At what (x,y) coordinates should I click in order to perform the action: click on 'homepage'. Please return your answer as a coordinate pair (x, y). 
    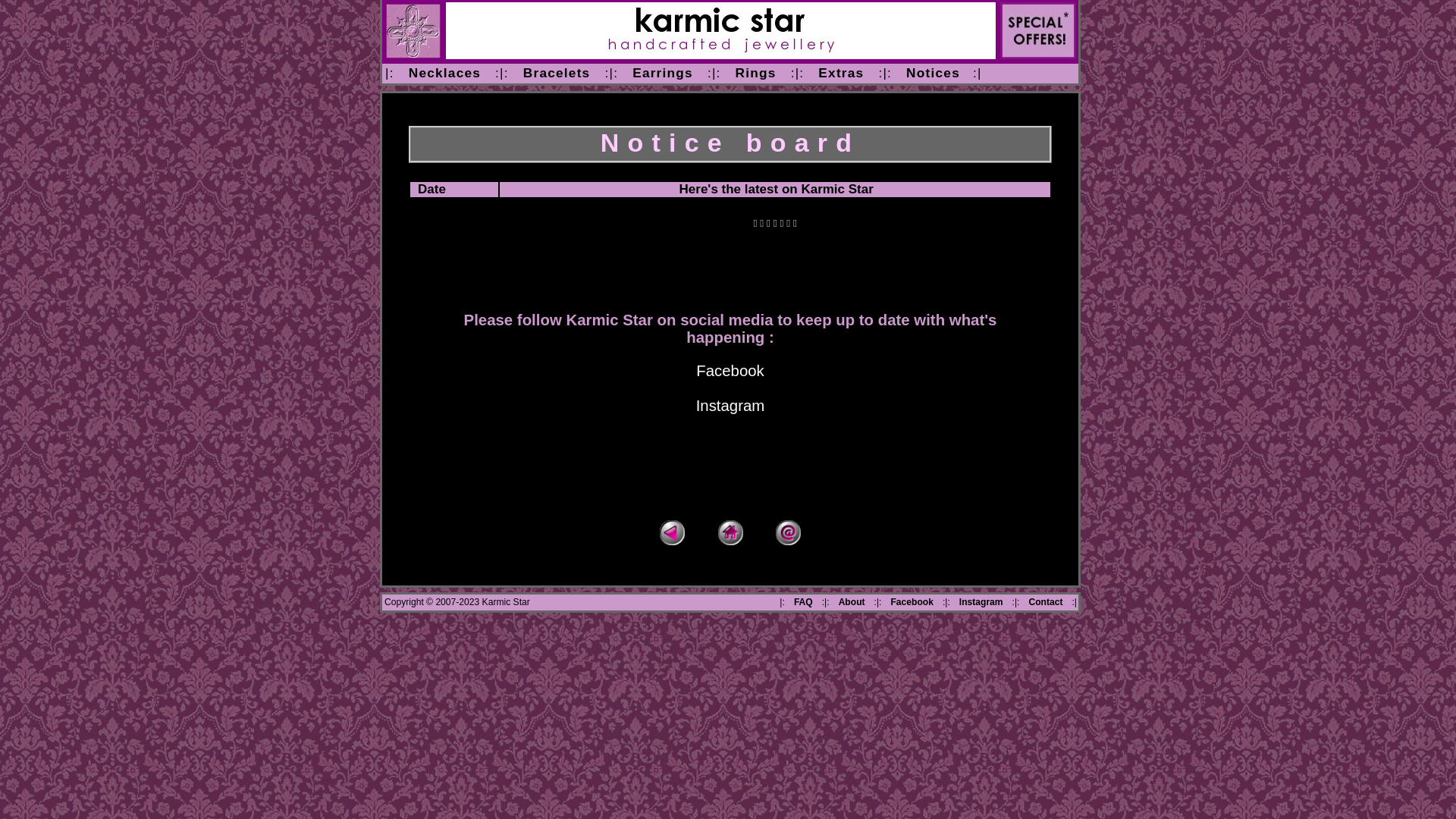
    Looking at the image, I should click on (413, 30).